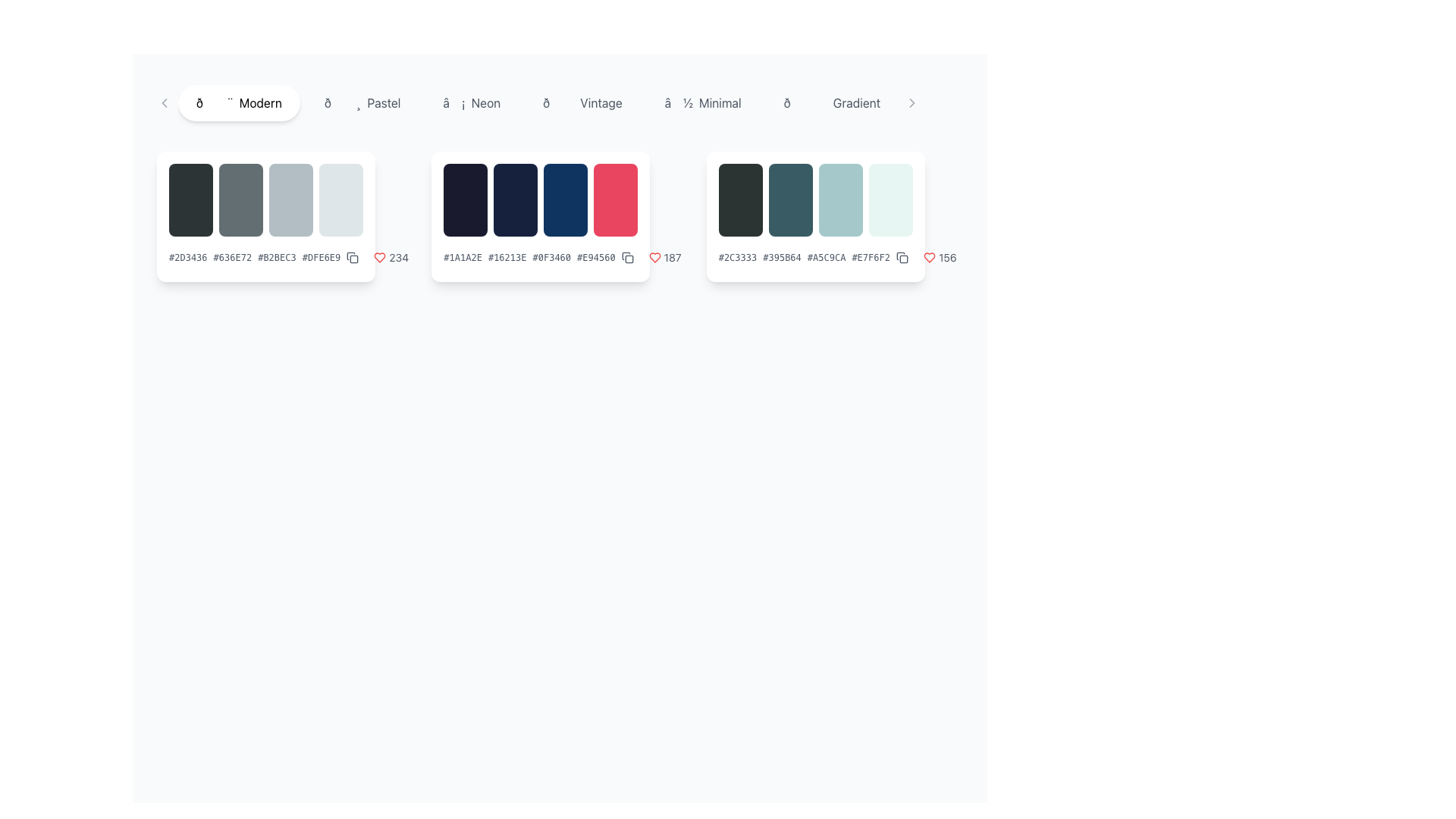  Describe the element at coordinates (340, 199) in the screenshot. I see `the rightmost rectangle in a horizontally aligned group of four rectangular components that serves as a visual indicator or part of a palette display` at that location.